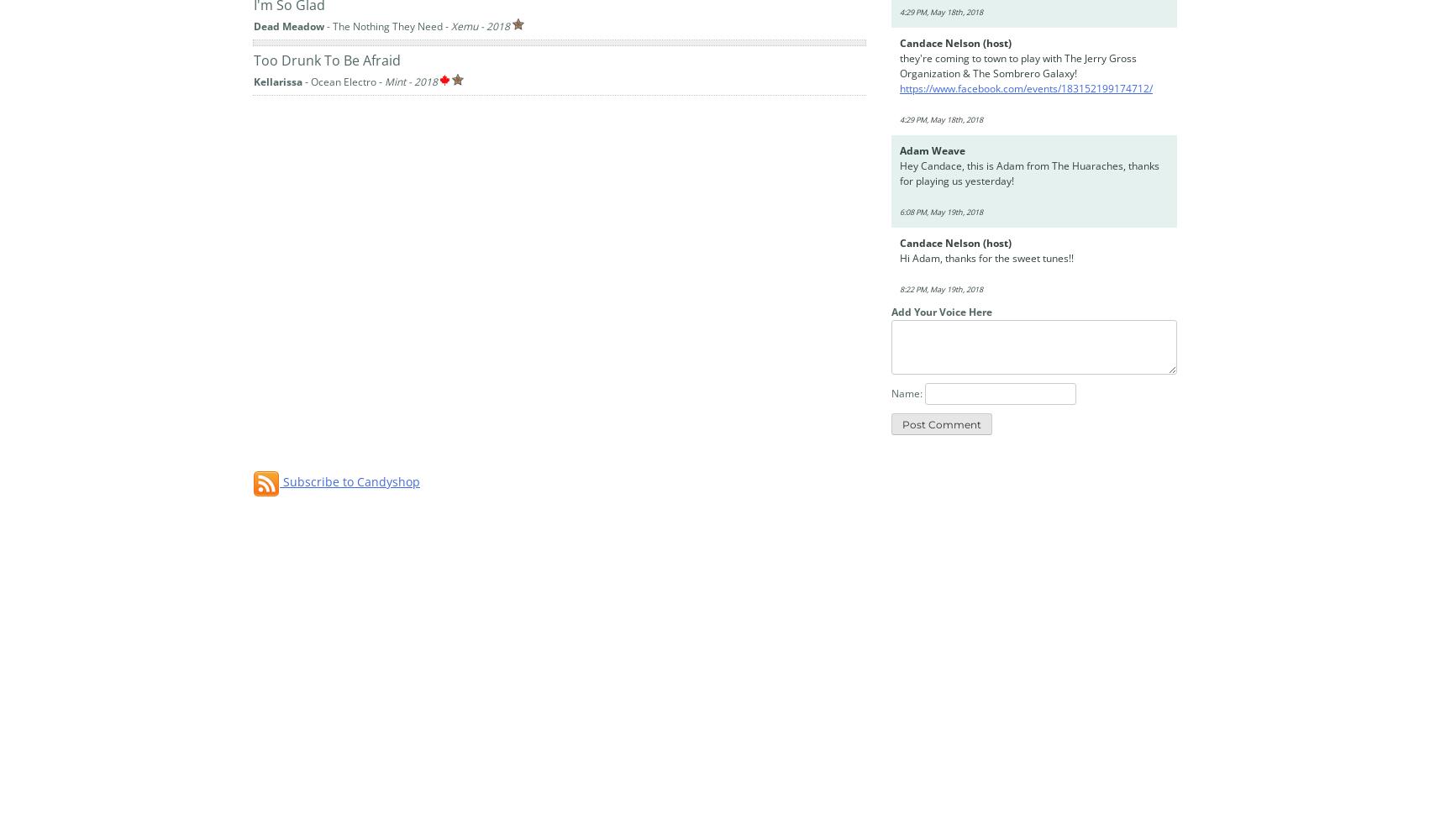 The image size is (1430, 840). I want to click on 'Xemu - 2018', so click(450, 25).